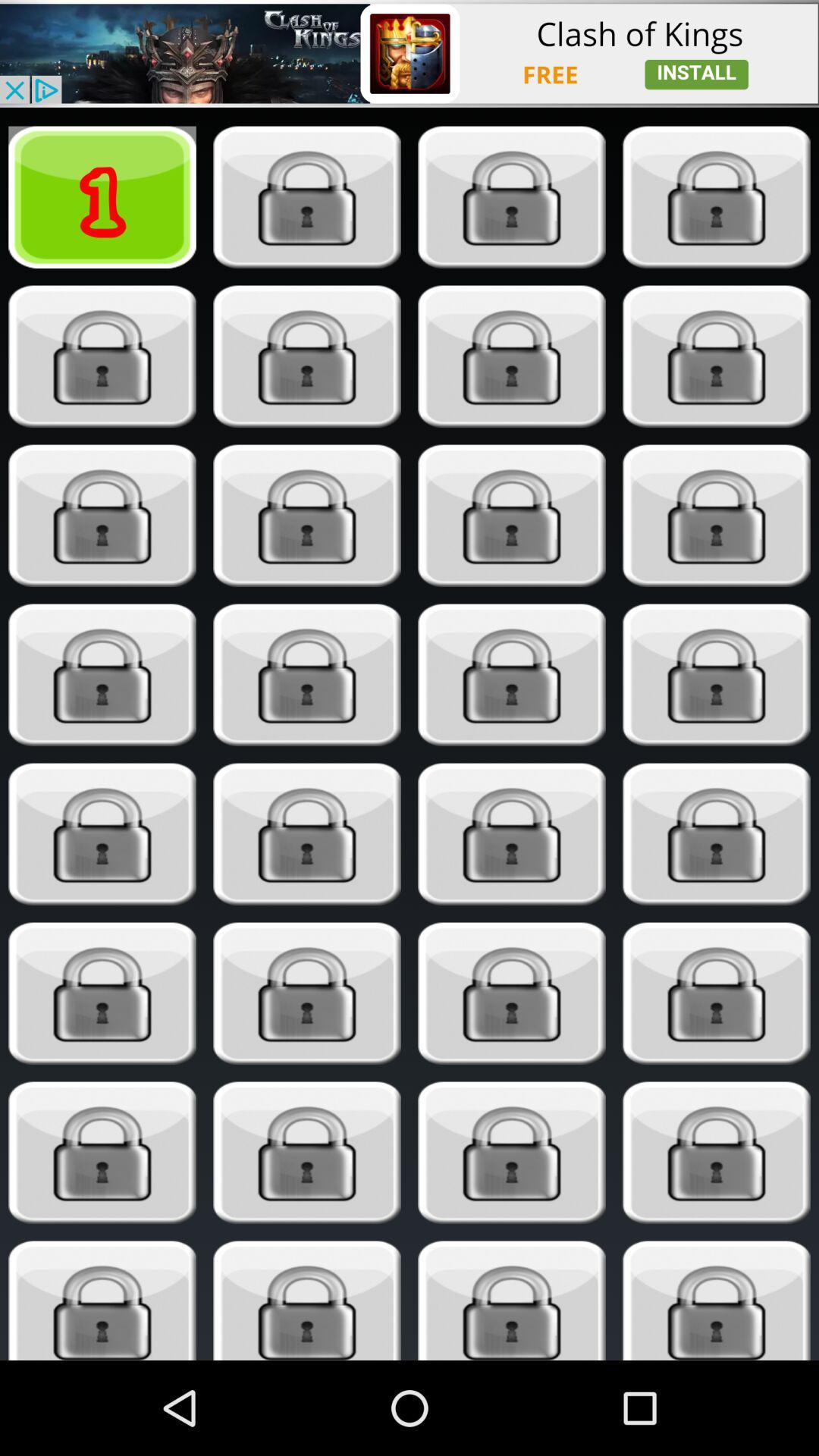  What do you see at coordinates (717, 993) in the screenshot?
I see `select` at bounding box center [717, 993].